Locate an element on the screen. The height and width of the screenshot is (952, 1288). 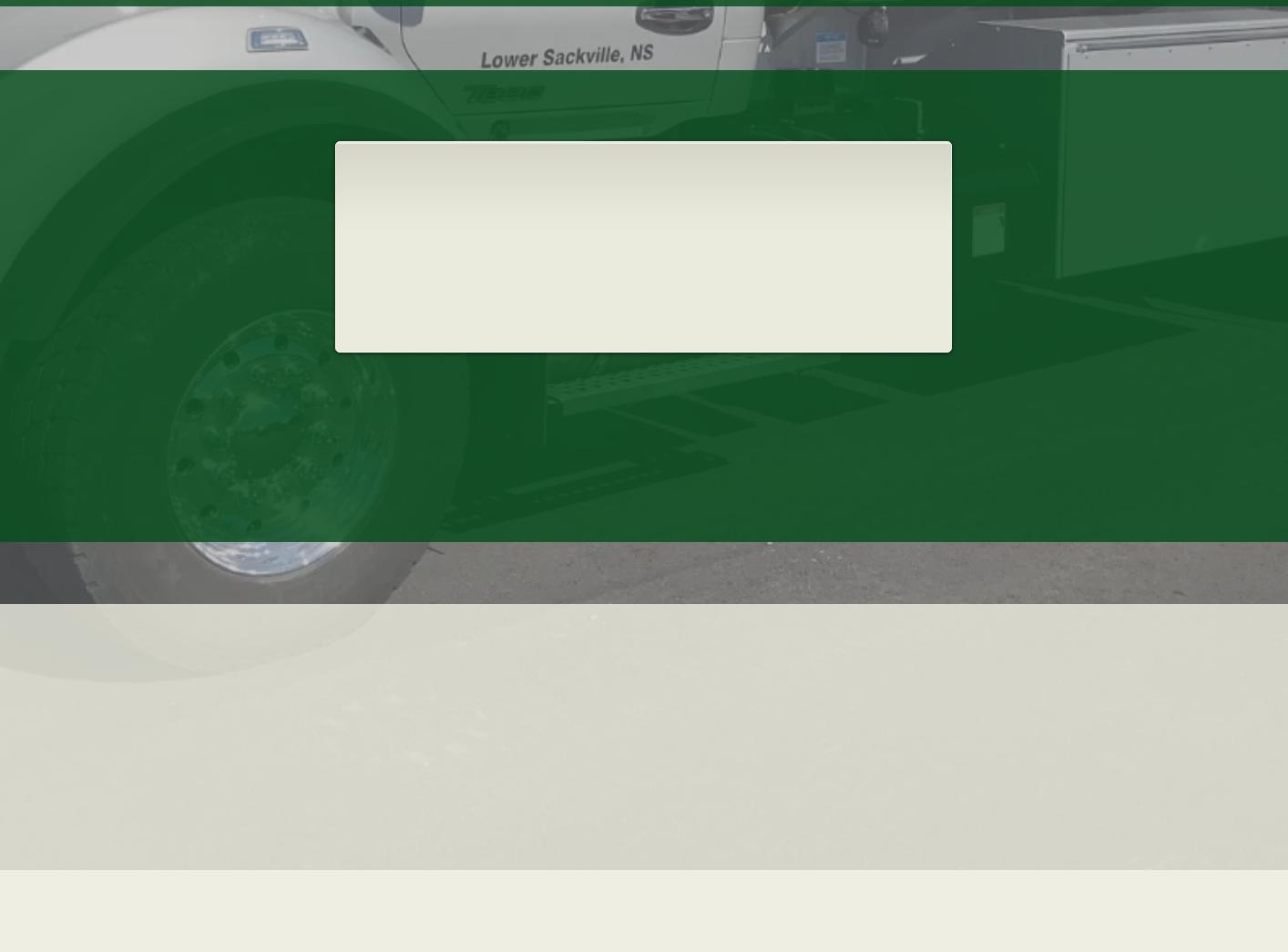
'Automatic or Call in Deliveries available for Furnace Oil' is located at coordinates (407, 202).